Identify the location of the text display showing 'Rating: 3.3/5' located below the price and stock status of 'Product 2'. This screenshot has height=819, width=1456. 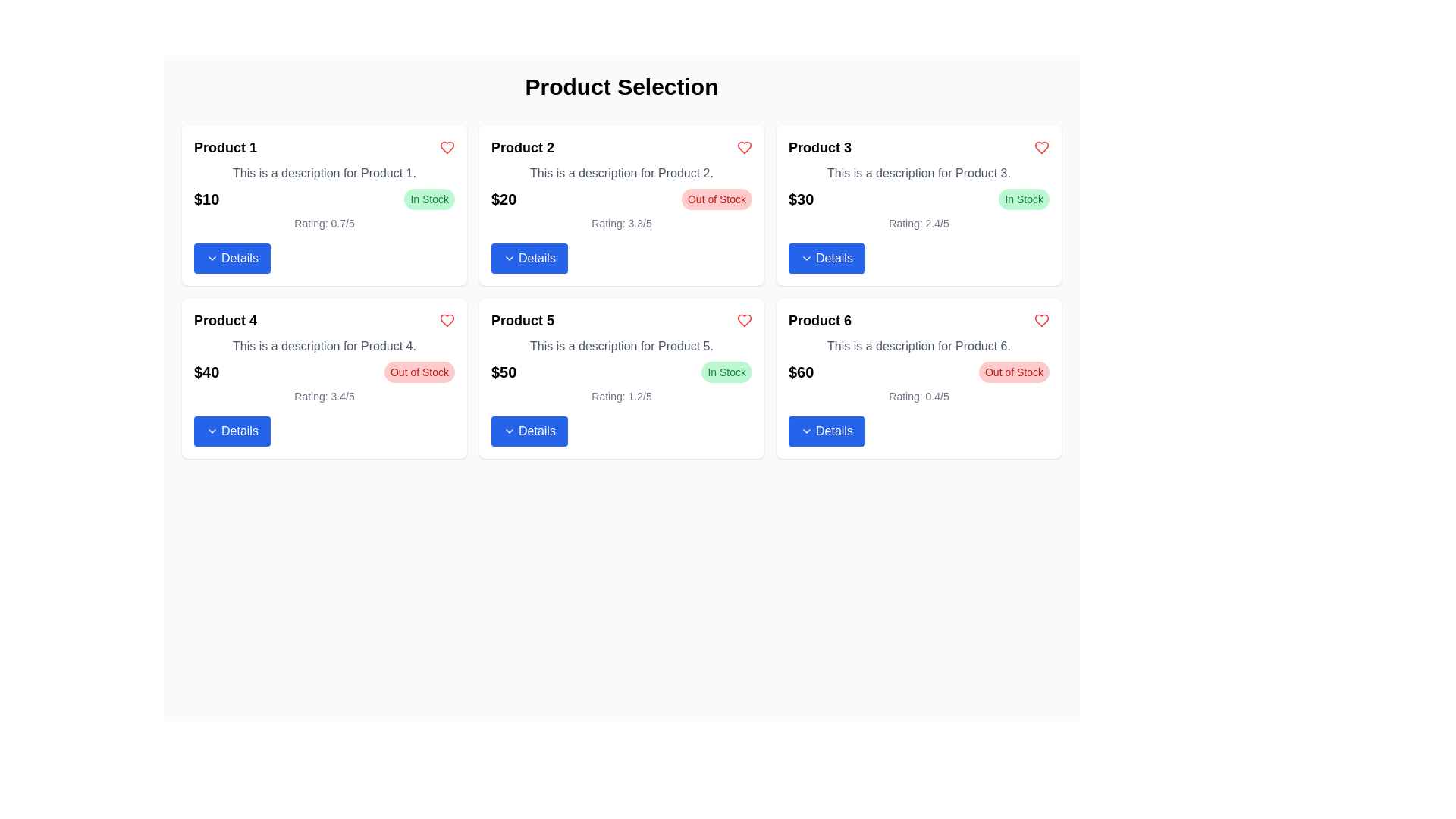
(622, 223).